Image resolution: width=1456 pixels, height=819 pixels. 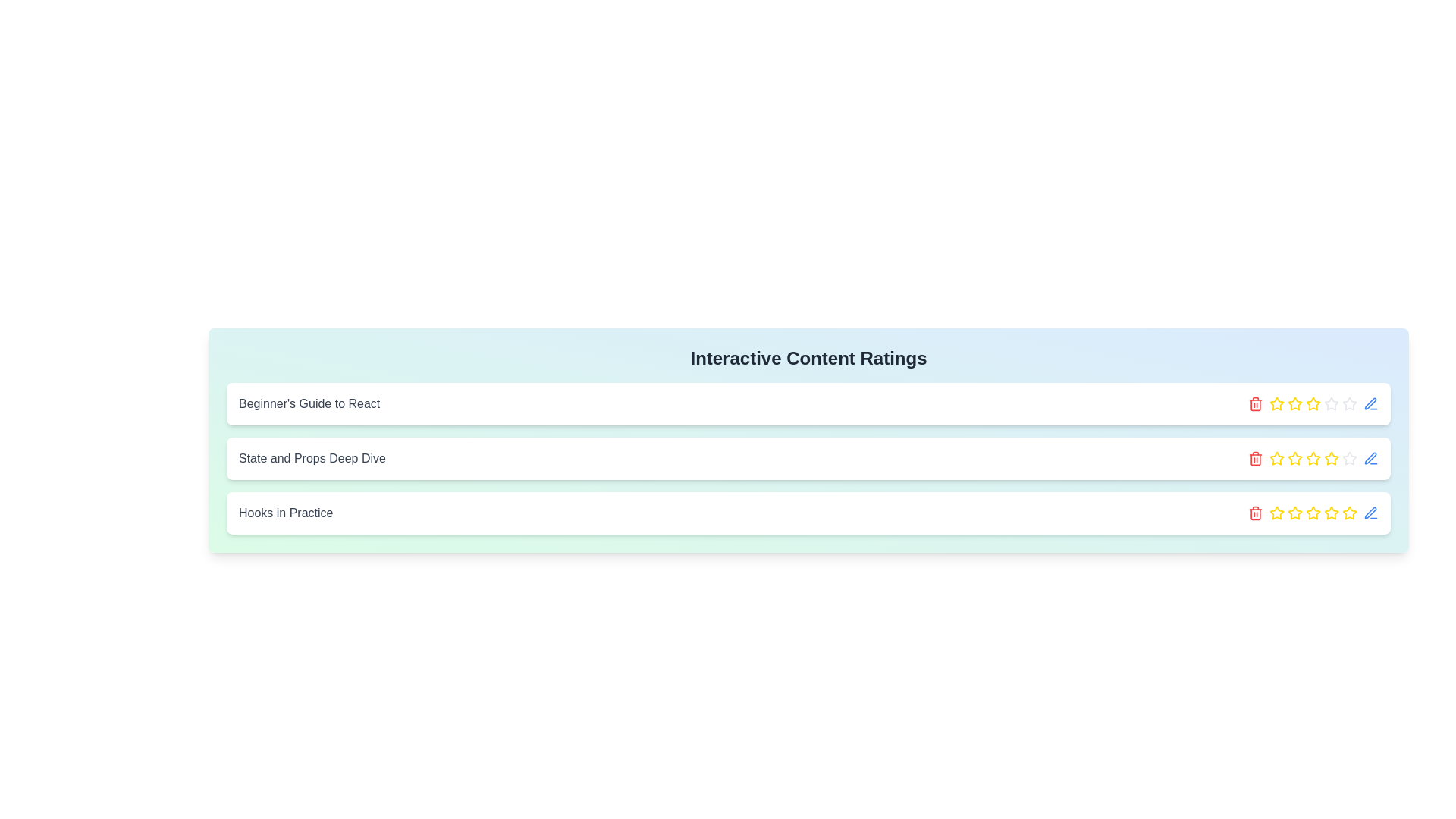 What do you see at coordinates (1313, 403) in the screenshot?
I see `the third gold-filled star in the five-star rating component located under 'Beginner's Guide to React'` at bounding box center [1313, 403].